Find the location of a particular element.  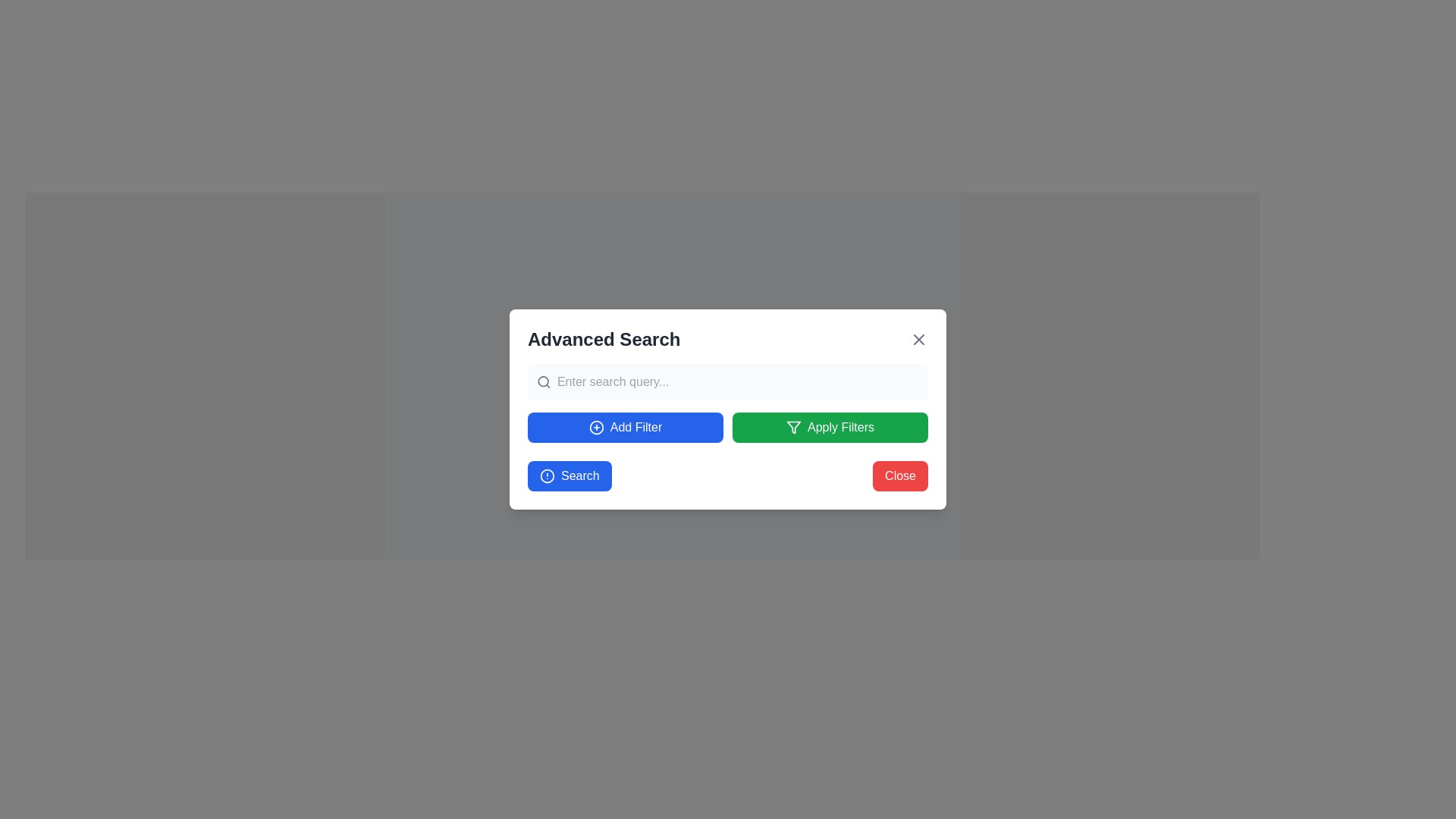

the blue rectangular button with a white circular exclamation mark icon and the text 'Search' to initiate a search is located at coordinates (569, 475).